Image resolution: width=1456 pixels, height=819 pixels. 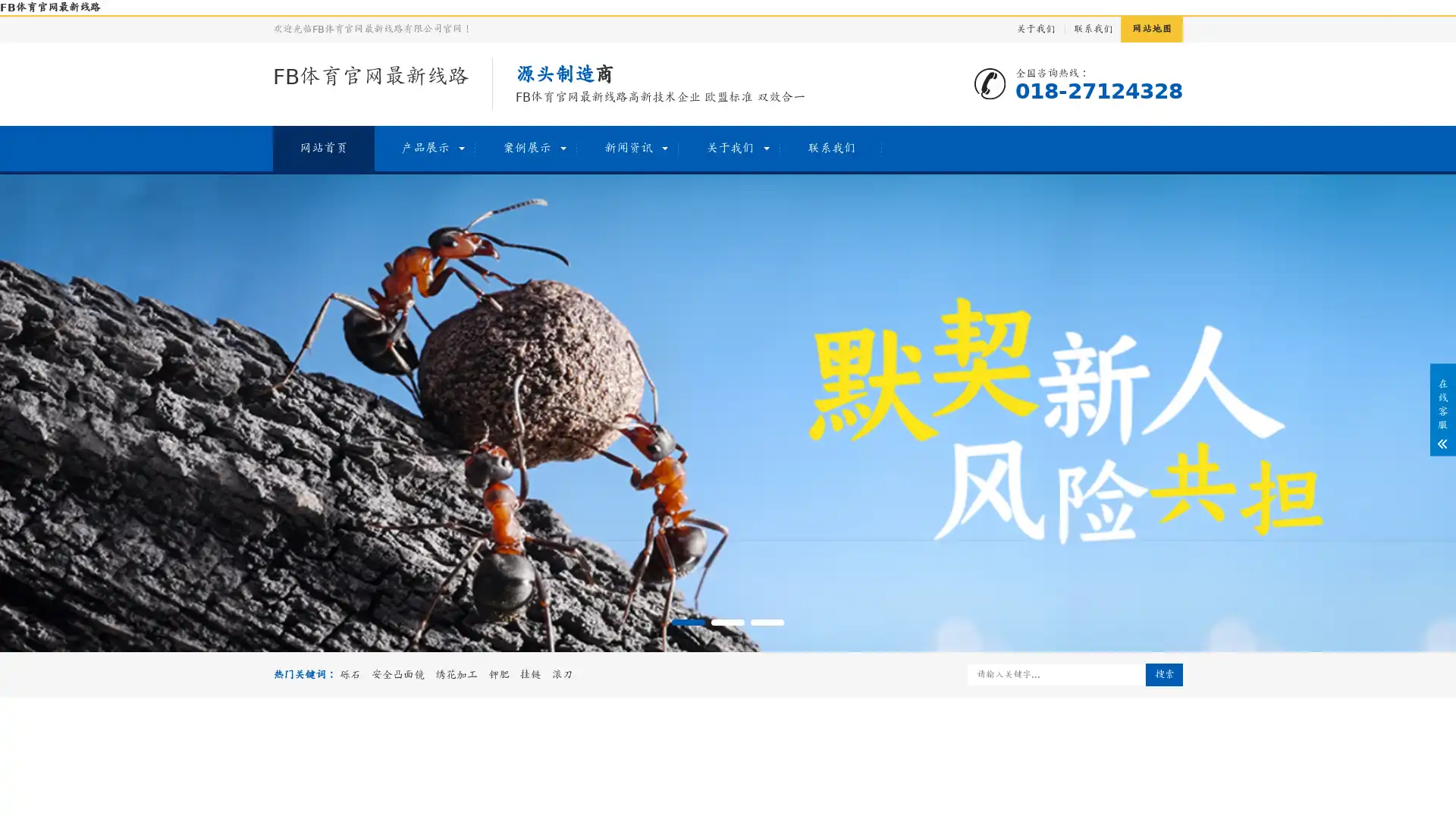 What do you see at coordinates (728, 623) in the screenshot?
I see `Go to slide 2` at bounding box center [728, 623].